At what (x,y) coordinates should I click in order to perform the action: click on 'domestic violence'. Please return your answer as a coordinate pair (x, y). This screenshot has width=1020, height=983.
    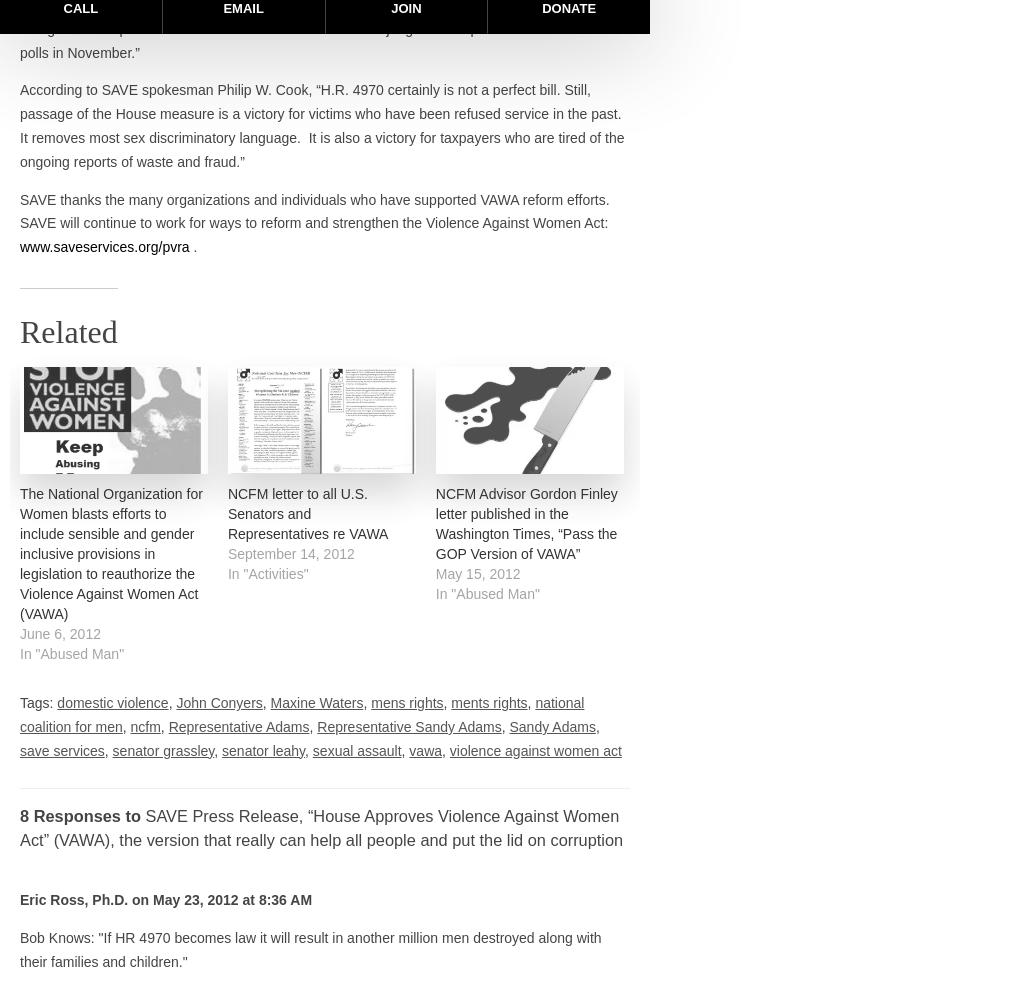
    Looking at the image, I should click on (57, 702).